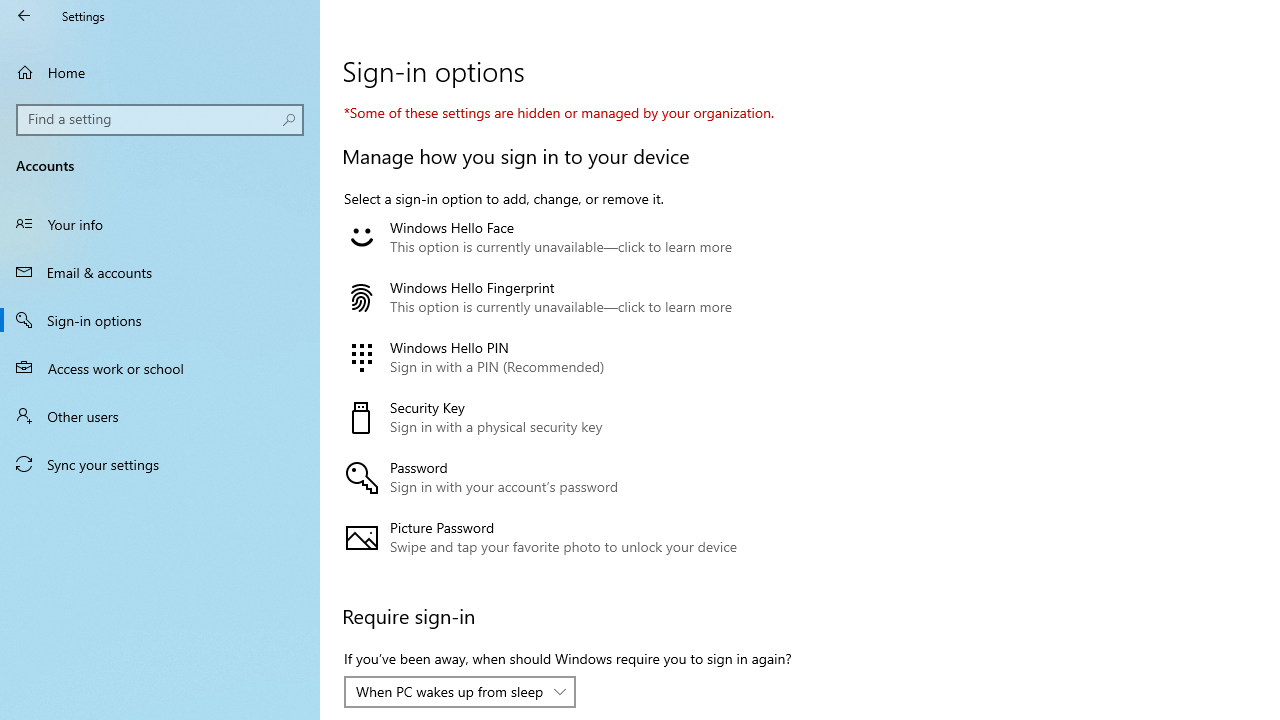  I want to click on 'Sync your settings', so click(160, 464).